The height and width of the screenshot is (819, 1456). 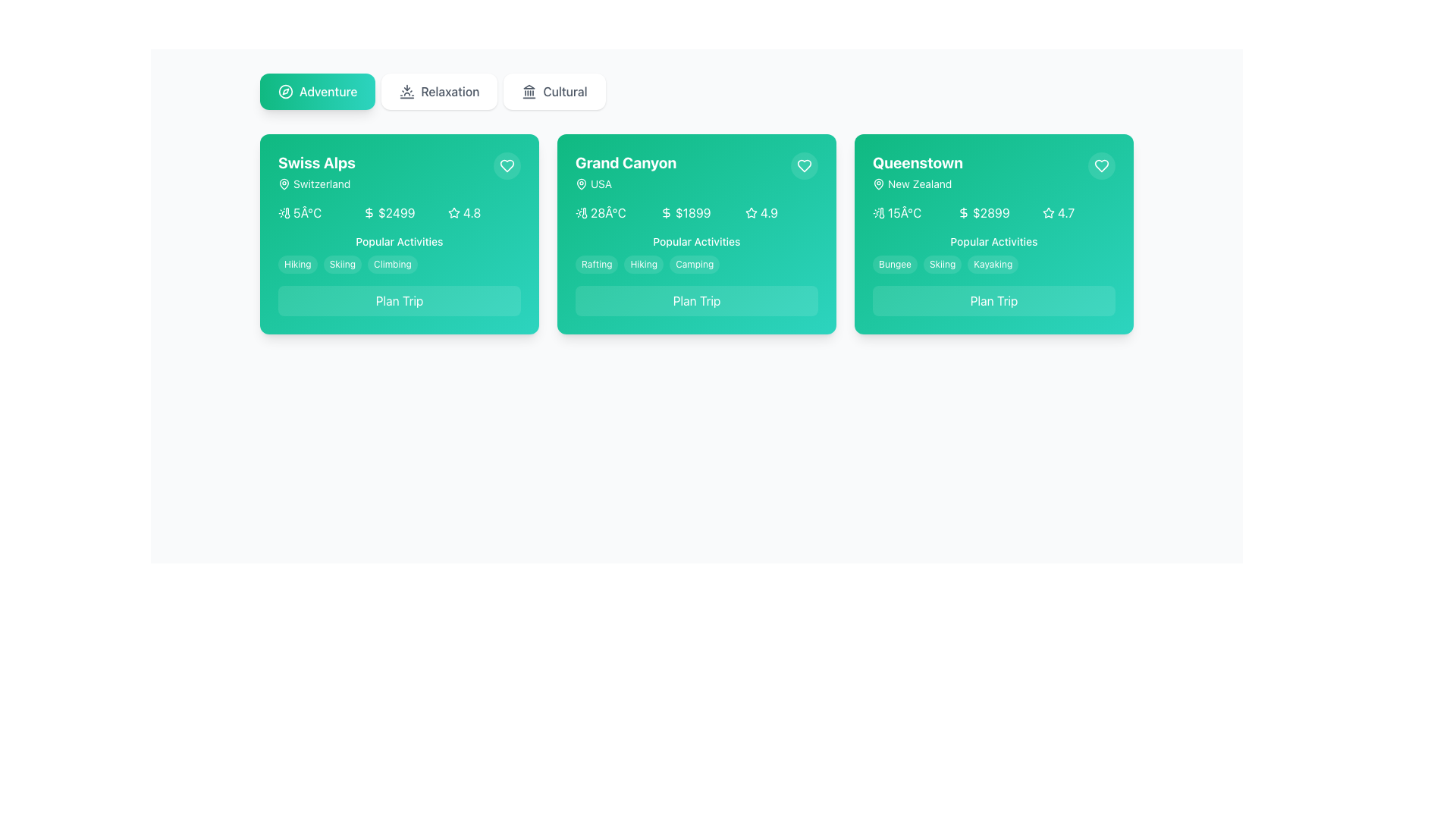 What do you see at coordinates (564, 91) in the screenshot?
I see `the 'Cultural' button, which is a text label in a standard sans-serif font within a rectangular button with a white background and rounded corners, to apply or view activities related to 'Cultural'` at bounding box center [564, 91].